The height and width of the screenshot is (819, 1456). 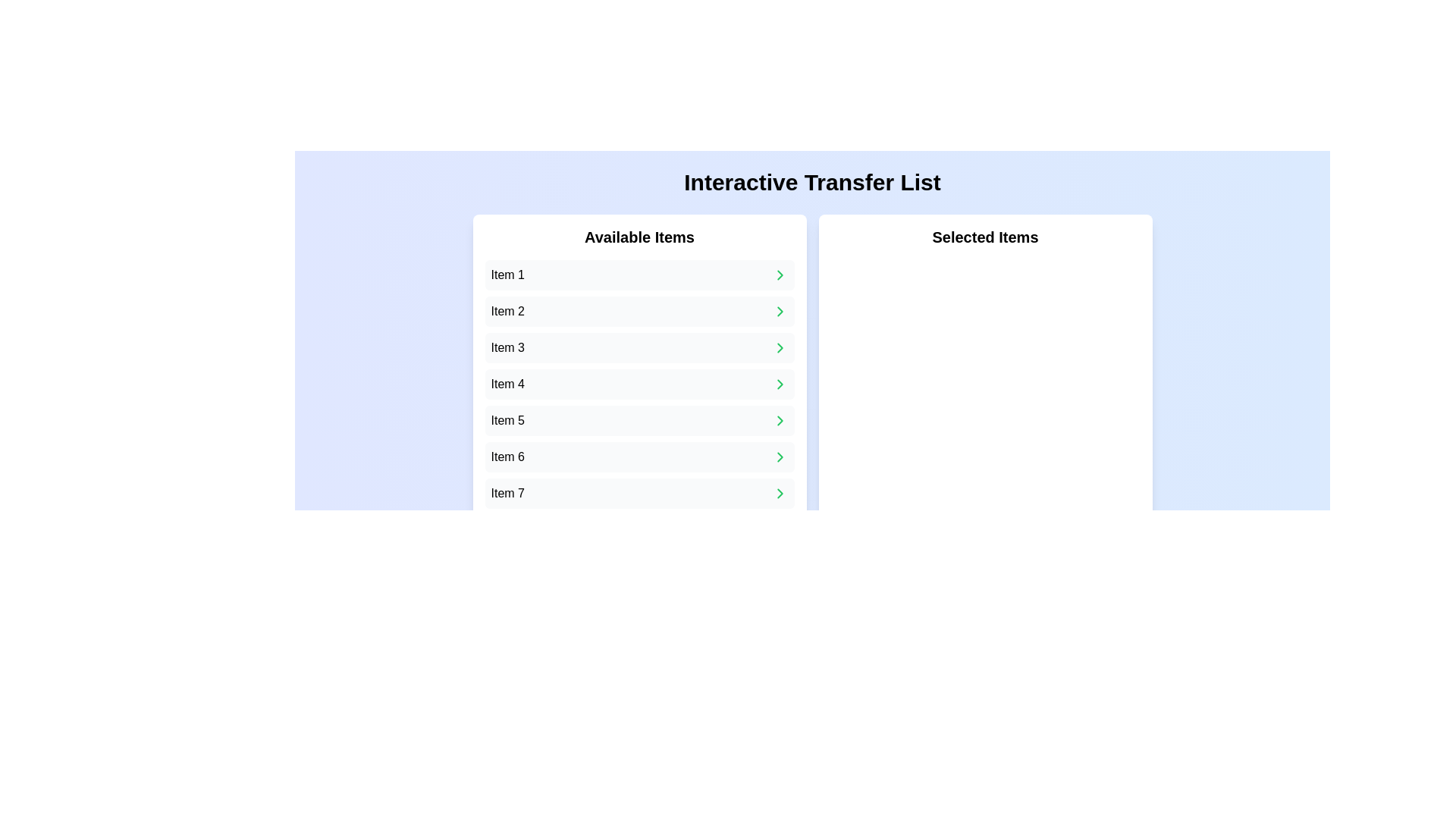 What do you see at coordinates (507, 456) in the screenshot?
I see `the text label displaying 'Item 6'` at bounding box center [507, 456].